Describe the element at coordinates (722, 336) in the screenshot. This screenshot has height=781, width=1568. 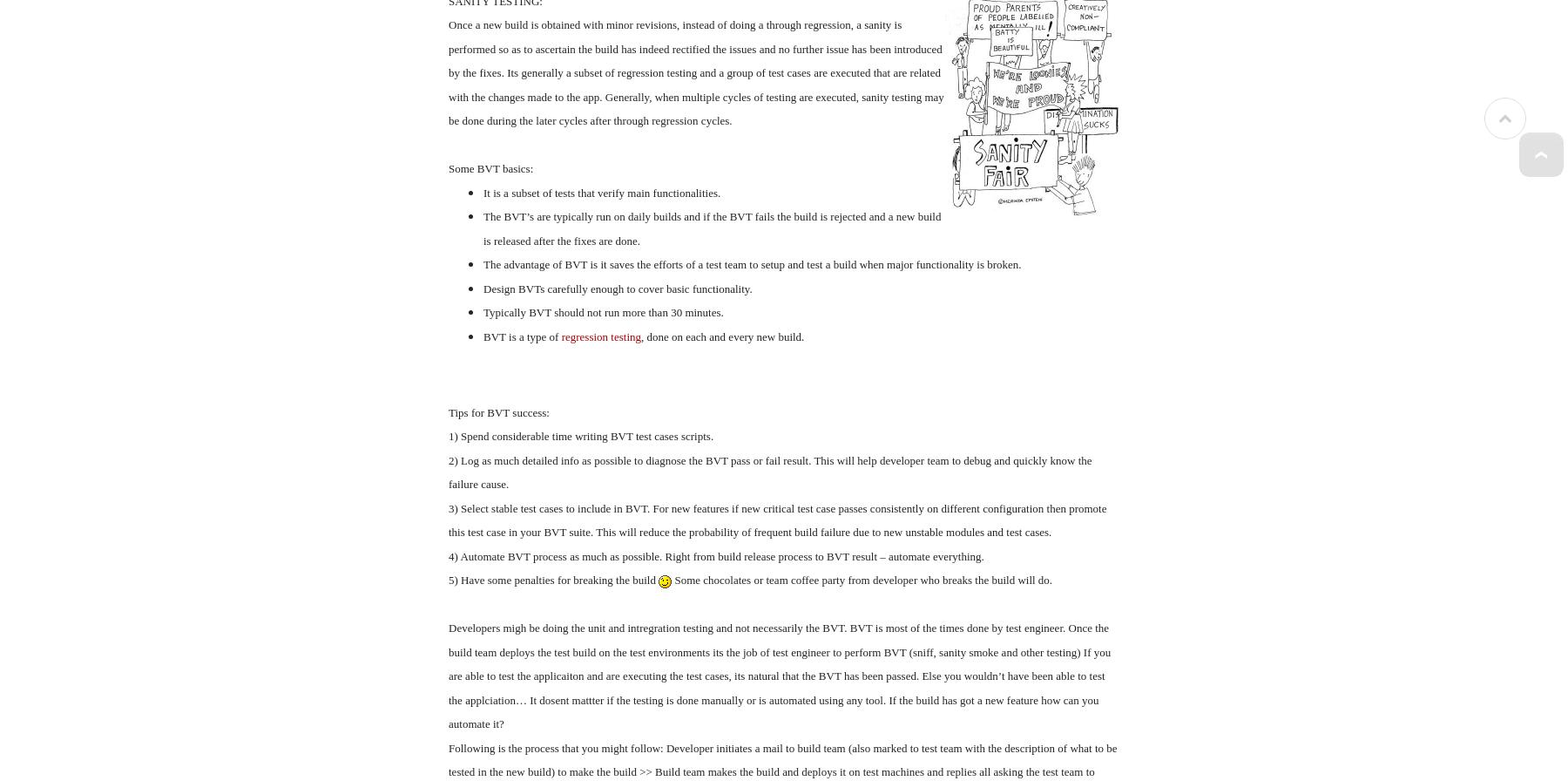
I see `', done on each and every new build.'` at that location.